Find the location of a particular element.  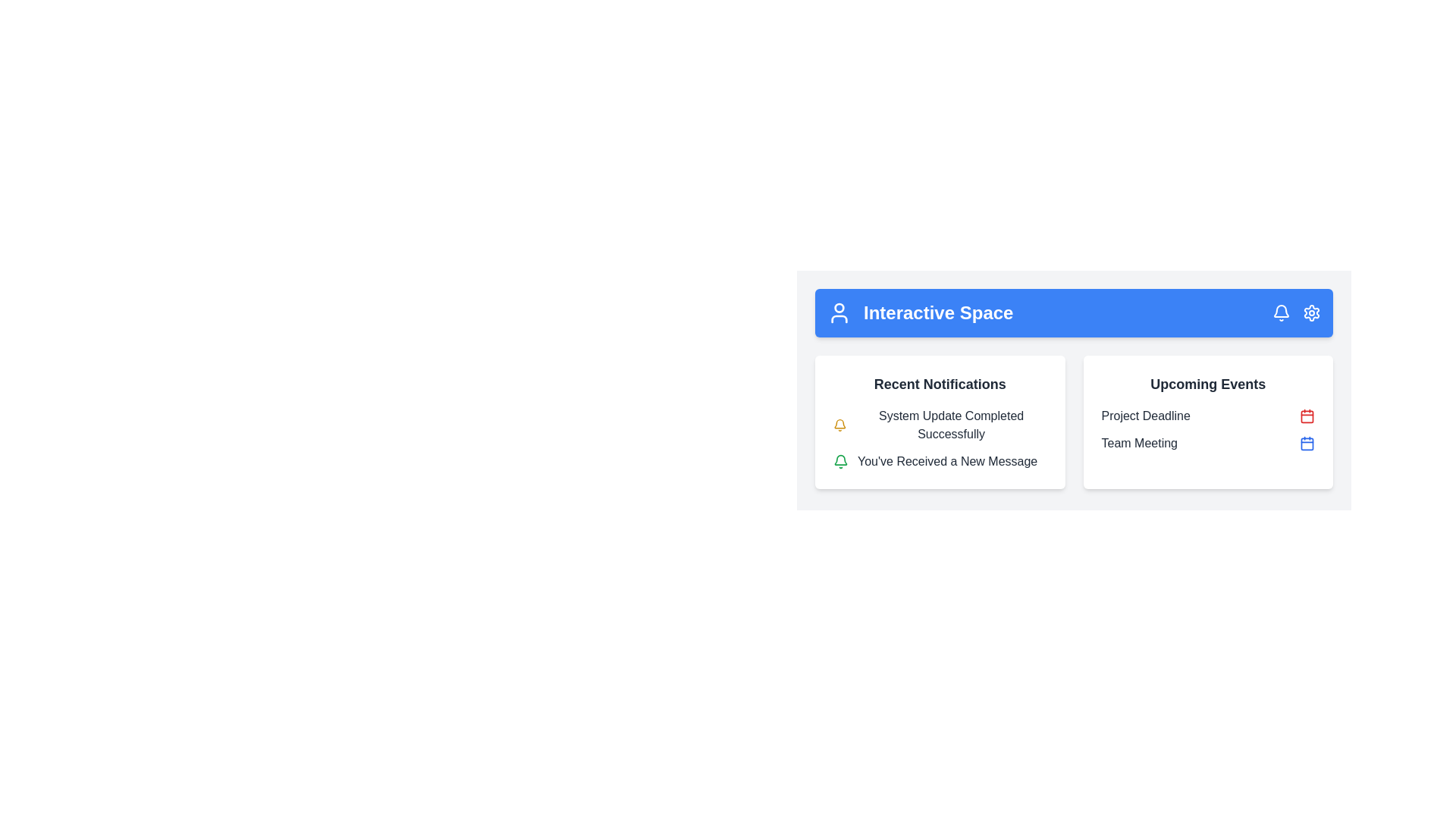

the text label that reads 'Project Deadline', which is the first label in the list of upcoming events, positioned above the label 'Team Meeting' is located at coordinates (1146, 416).